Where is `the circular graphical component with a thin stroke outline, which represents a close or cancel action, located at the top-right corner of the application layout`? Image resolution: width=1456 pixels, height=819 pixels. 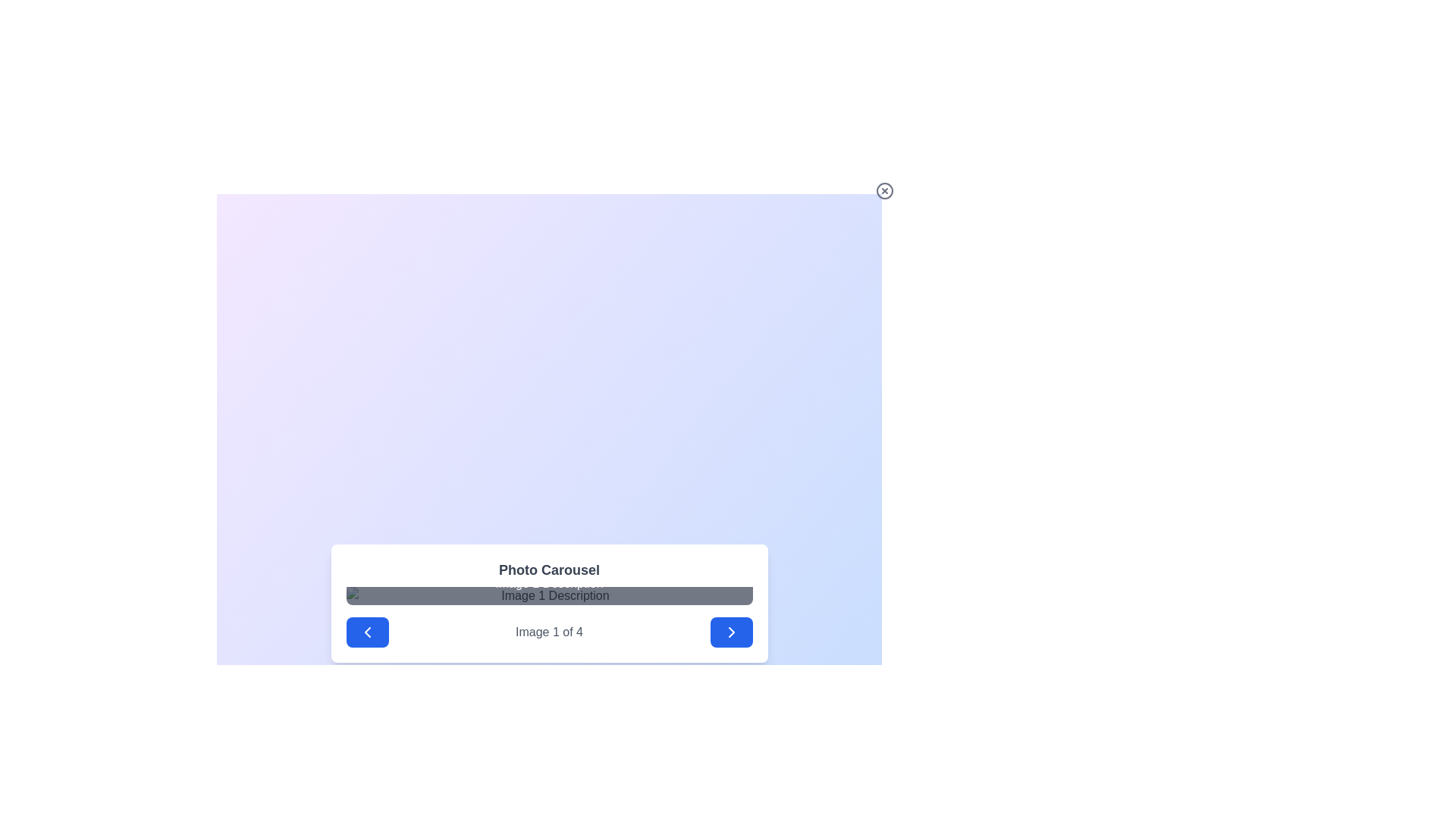
the circular graphical component with a thin stroke outline, which represents a close or cancel action, located at the top-right corner of the application layout is located at coordinates (884, 190).